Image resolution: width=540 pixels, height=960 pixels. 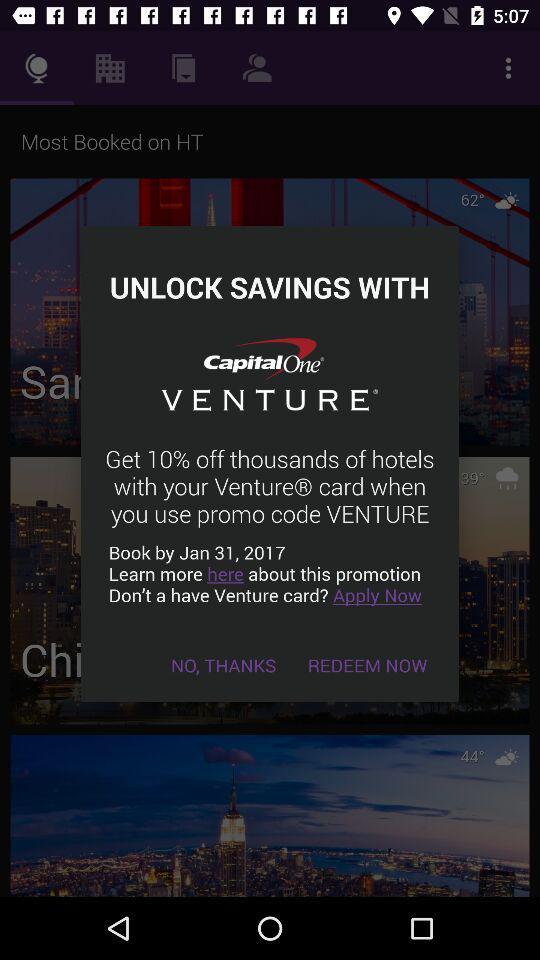 What do you see at coordinates (222, 665) in the screenshot?
I see `the item next to redeem now` at bounding box center [222, 665].